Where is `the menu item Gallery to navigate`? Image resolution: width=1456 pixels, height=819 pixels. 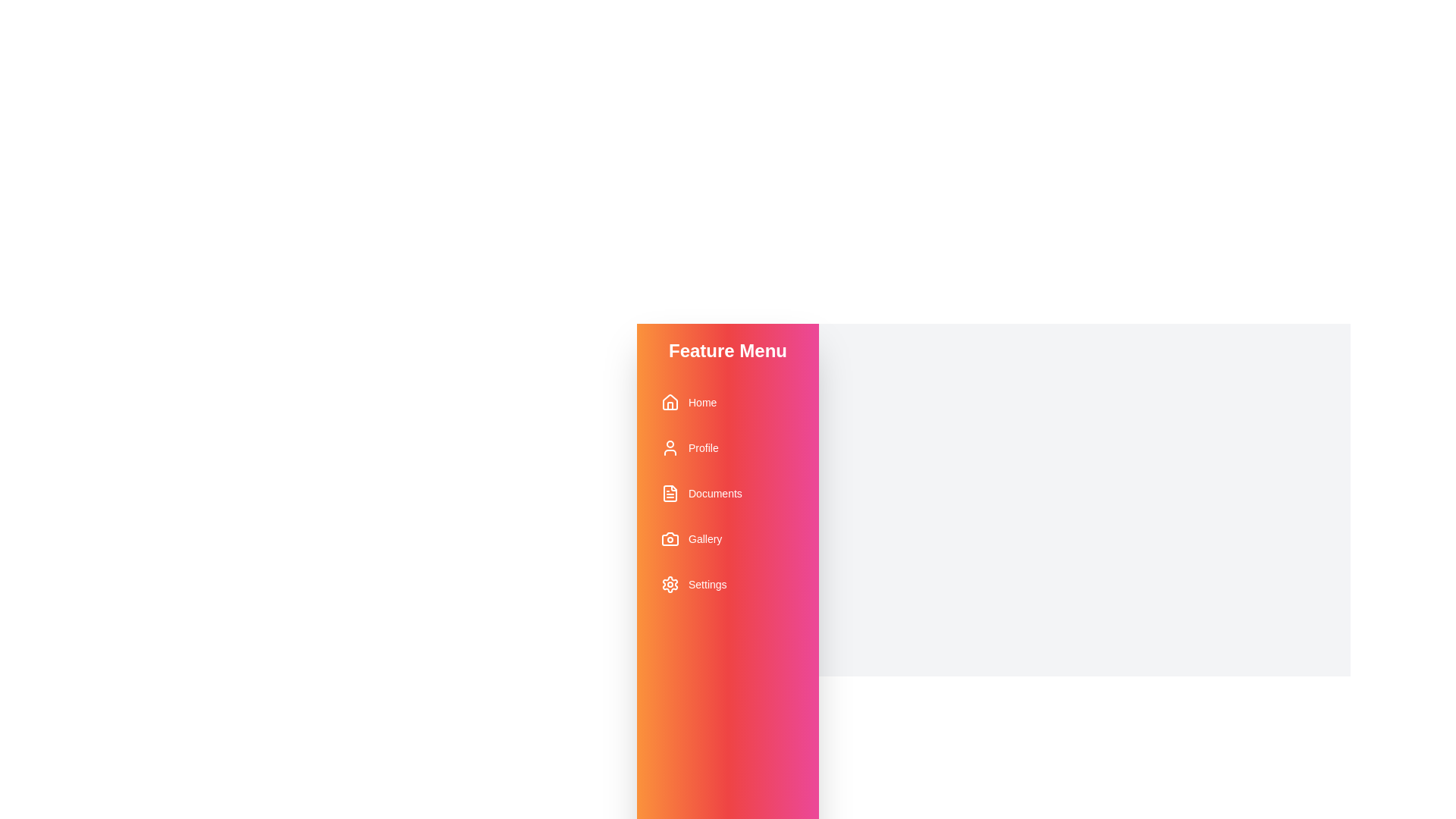
the menu item Gallery to navigate is located at coordinates (728, 538).